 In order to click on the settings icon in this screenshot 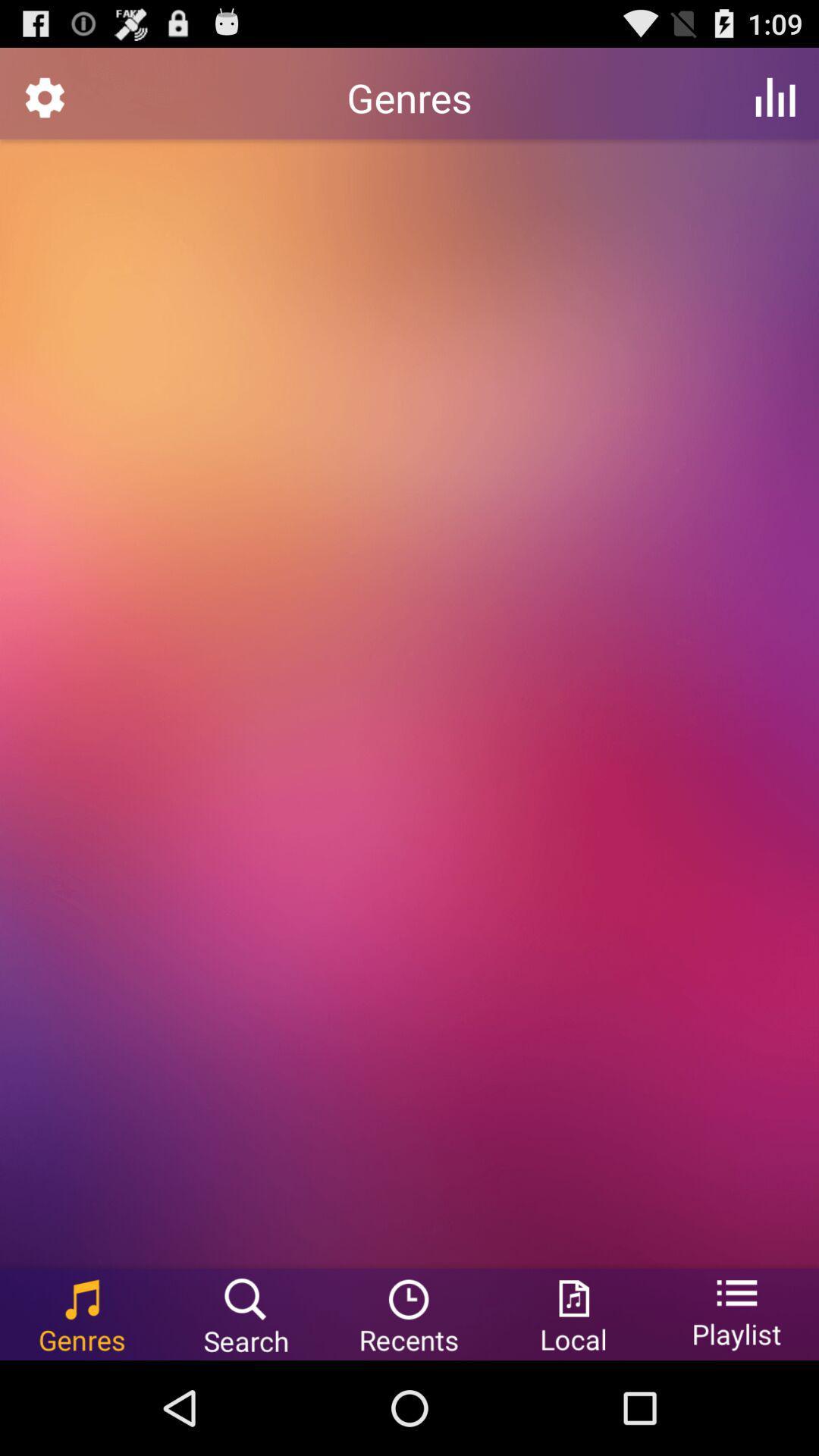, I will do `click(44, 103)`.